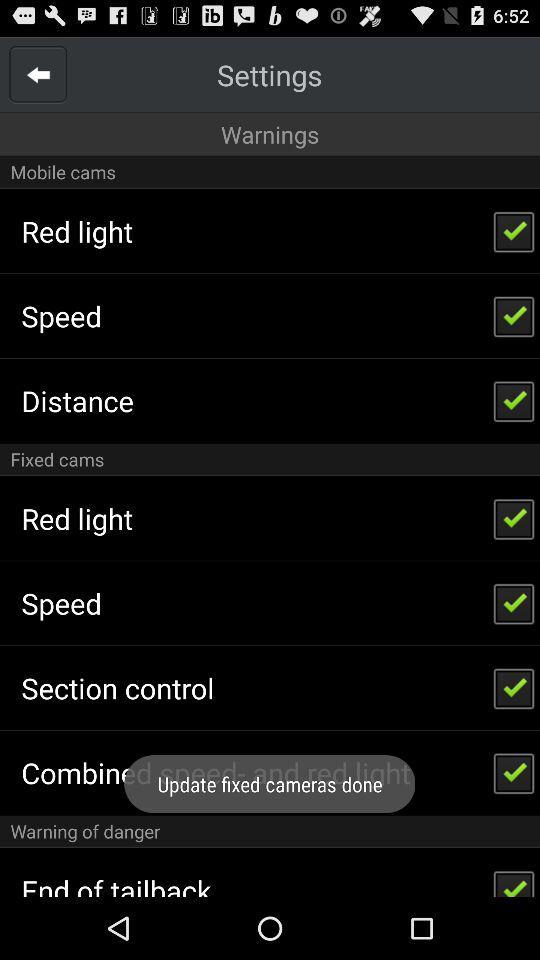 This screenshot has height=960, width=540. Describe the element at coordinates (38, 74) in the screenshot. I see `return to the previous screen` at that location.